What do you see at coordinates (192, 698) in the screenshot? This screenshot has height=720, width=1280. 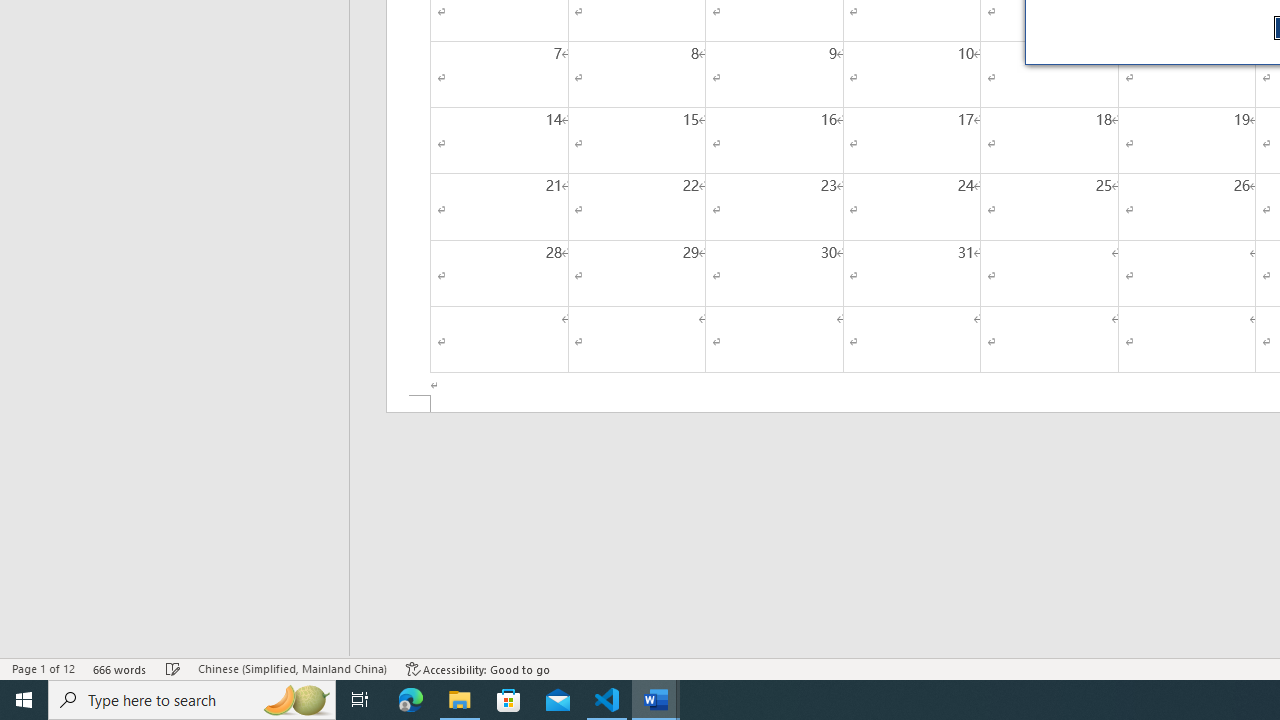 I see `'Type here to search'` at bounding box center [192, 698].